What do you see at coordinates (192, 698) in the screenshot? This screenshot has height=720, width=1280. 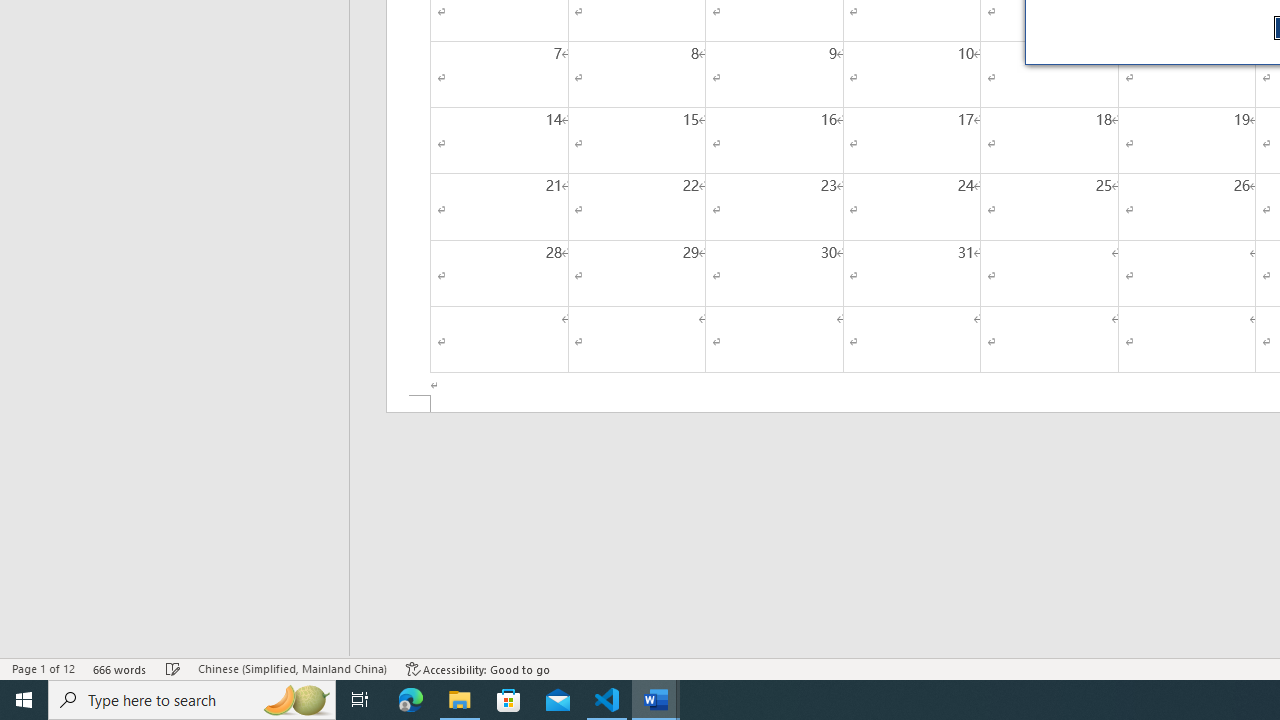 I see `'Type here to search'` at bounding box center [192, 698].